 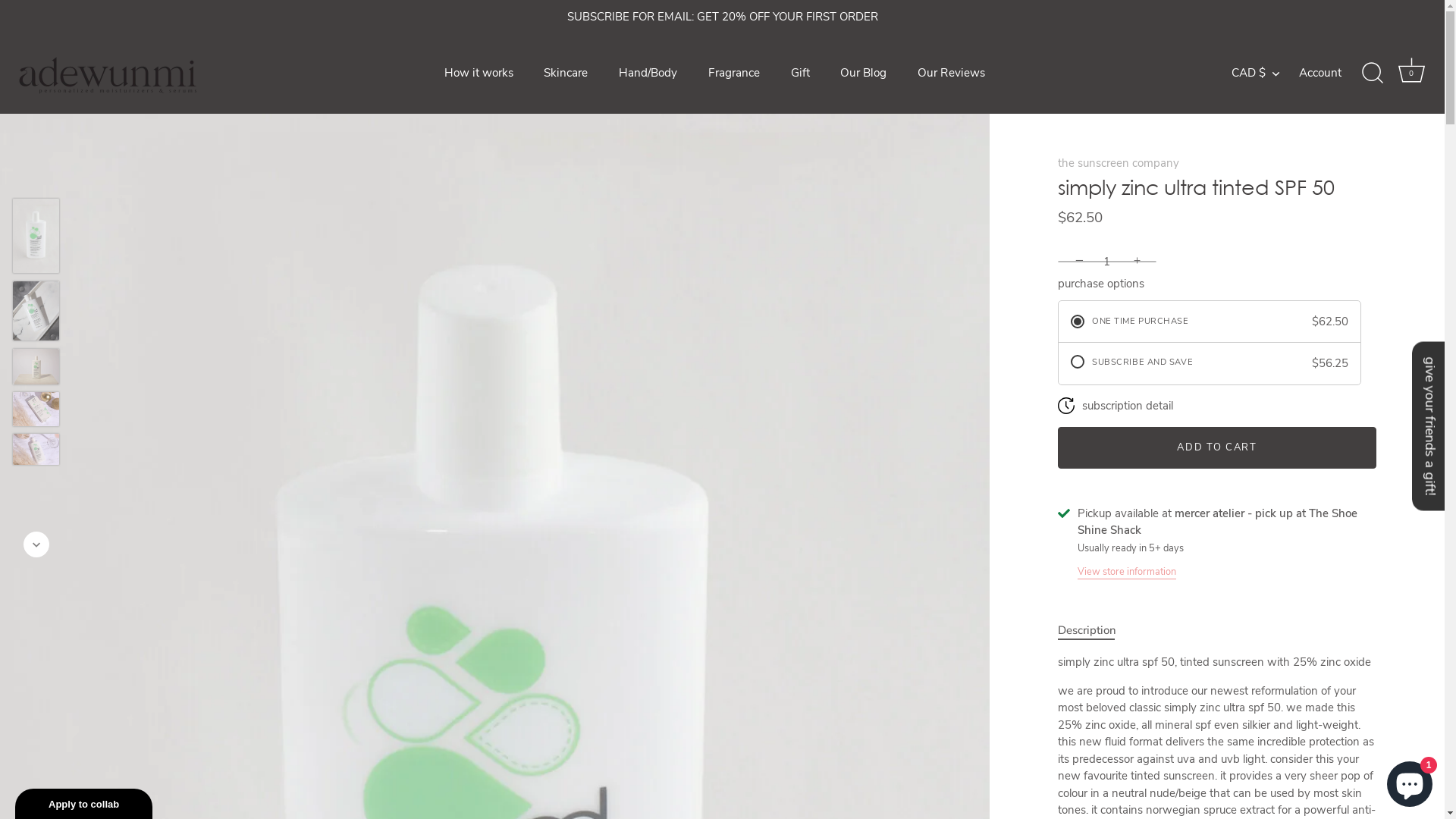 What do you see at coordinates (1410, 73) in the screenshot?
I see `'Cart` at bounding box center [1410, 73].